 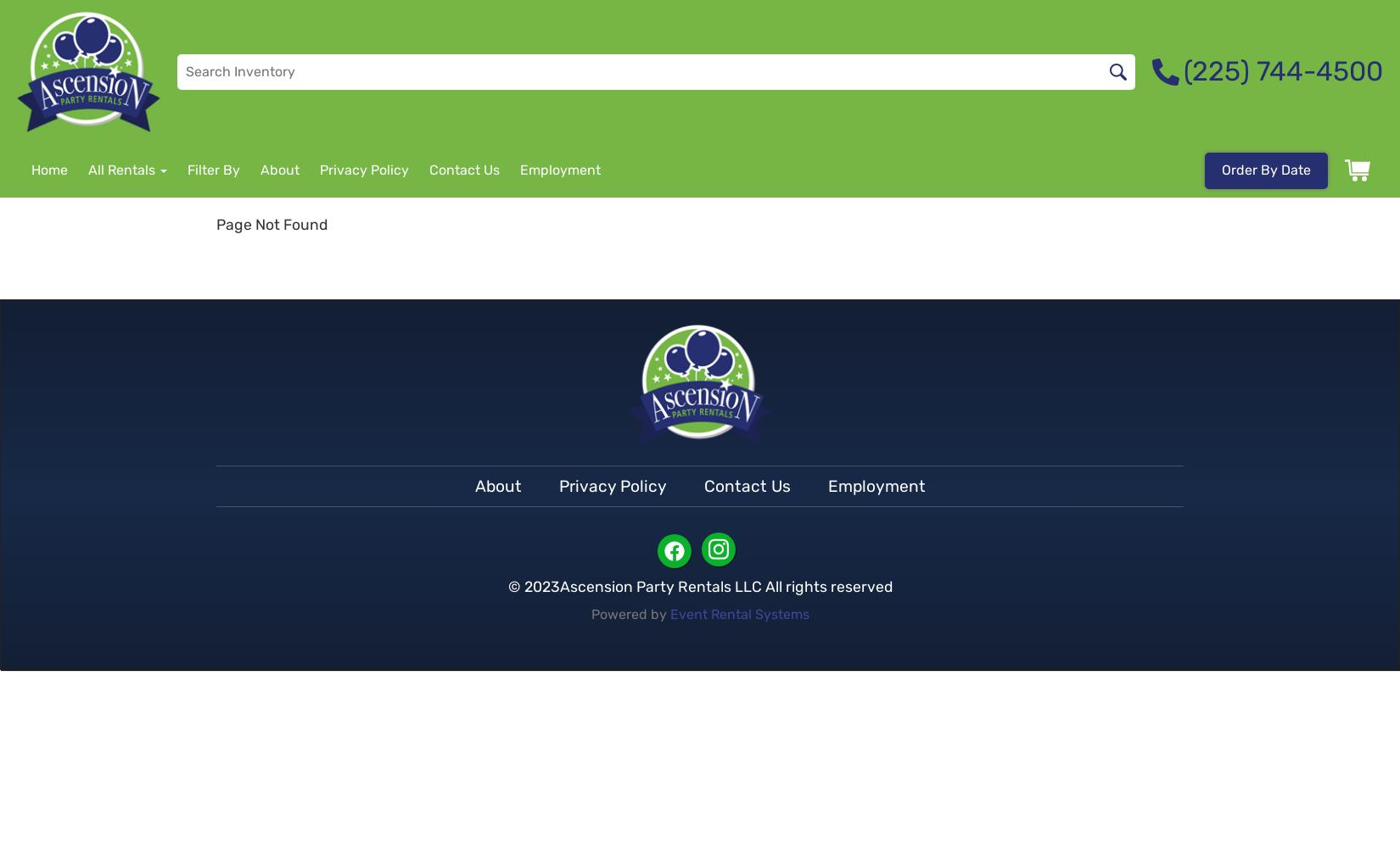 What do you see at coordinates (1282, 70) in the screenshot?
I see `'(225) 744-4500'` at bounding box center [1282, 70].